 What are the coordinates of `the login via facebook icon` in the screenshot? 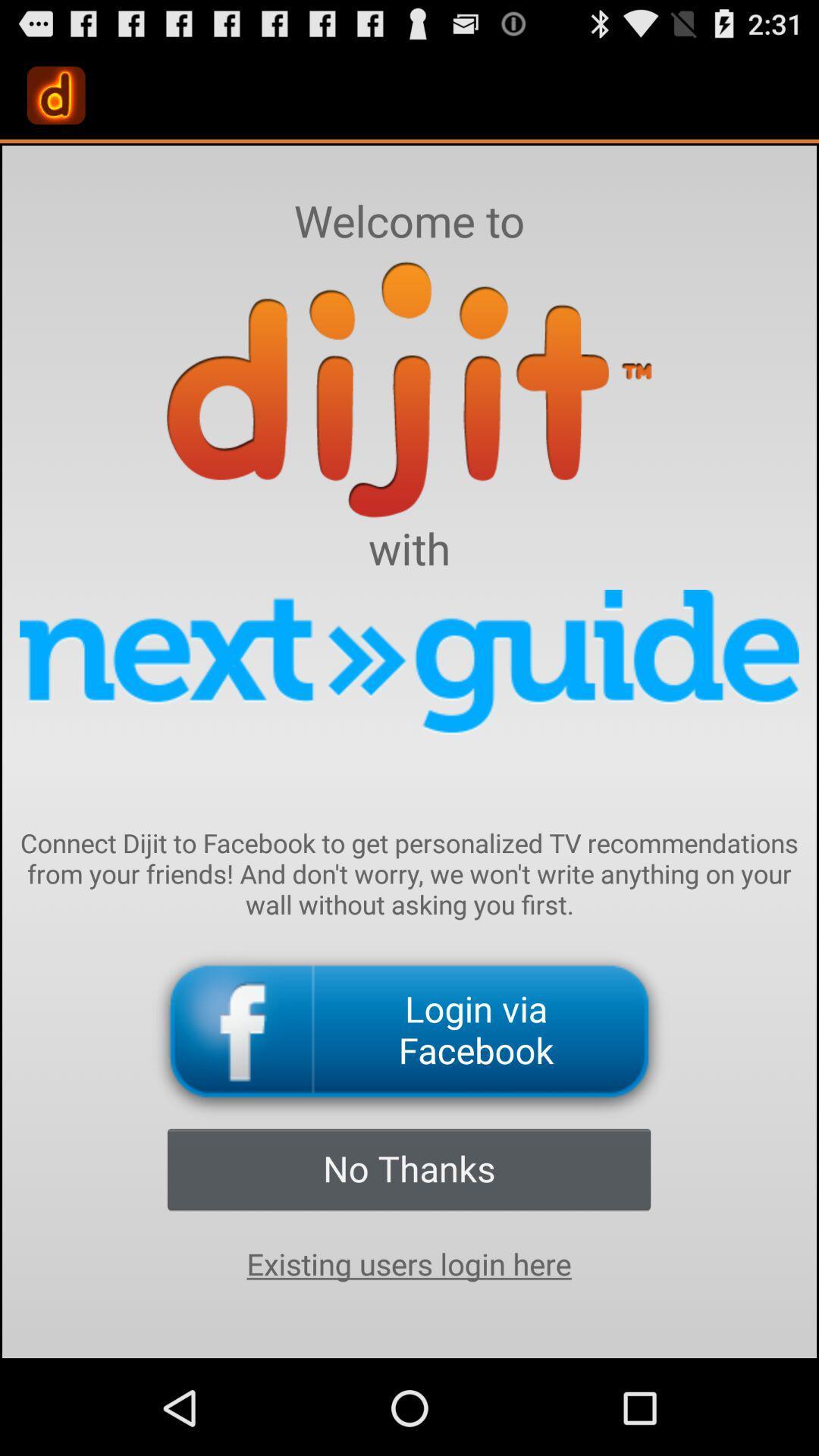 It's located at (409, 1031).